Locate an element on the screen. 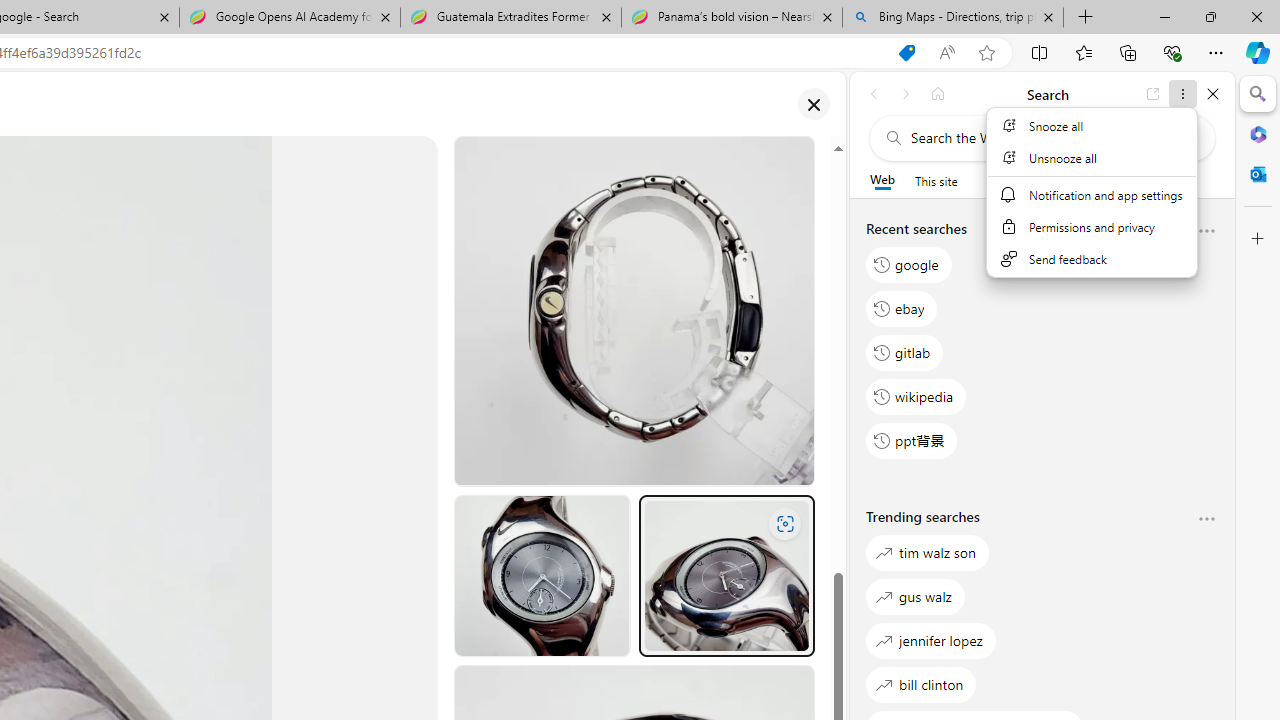  'This site scope' is located at coordinates (935, 180).